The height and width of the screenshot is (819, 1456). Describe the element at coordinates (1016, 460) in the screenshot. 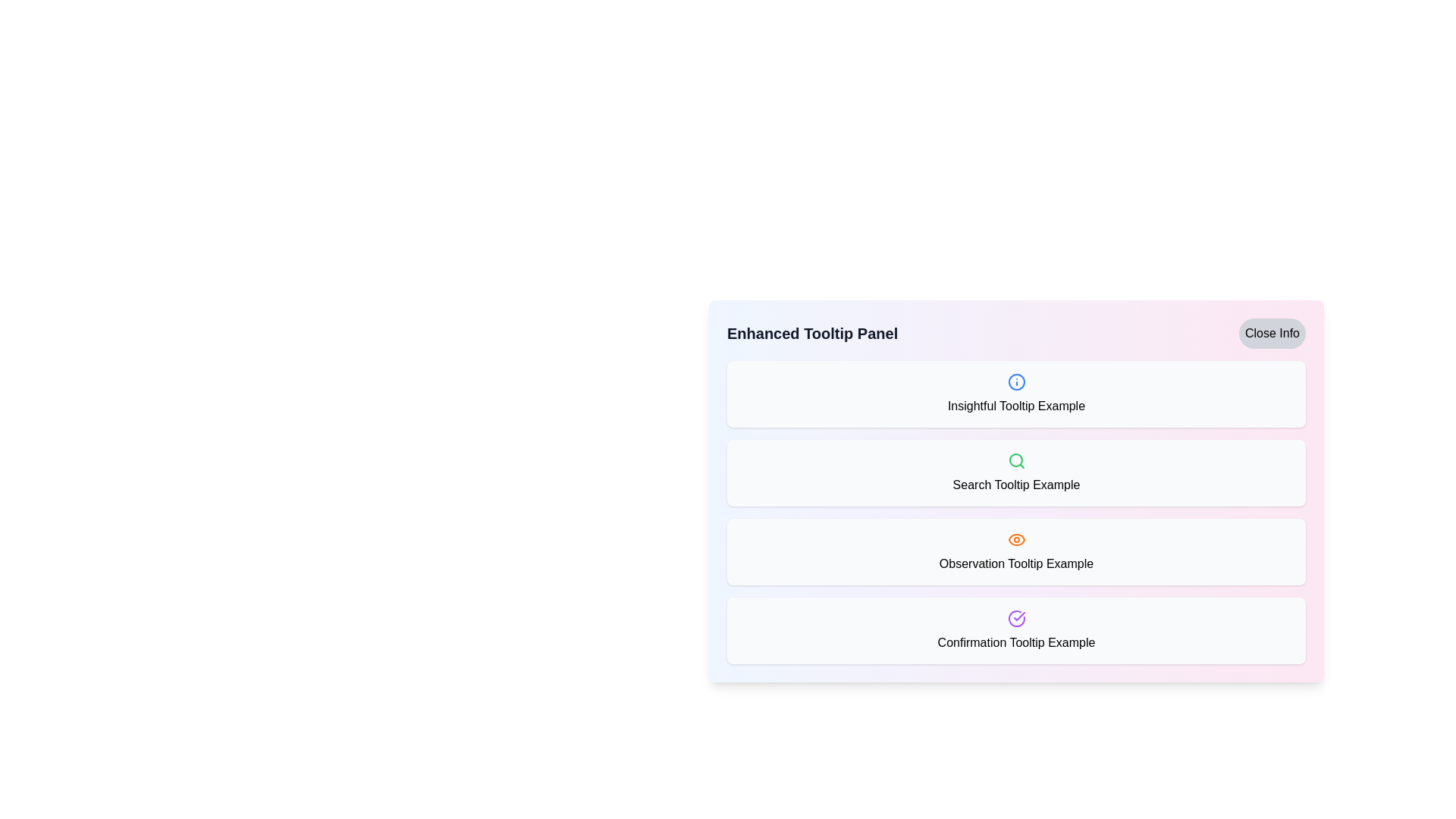

I see `the search icon with a circular magnifying glass symbol, featuring a green outline, located above the 'Search Tooltip Example' text in the 'Enhanced Tooltip Panel'` at that location.